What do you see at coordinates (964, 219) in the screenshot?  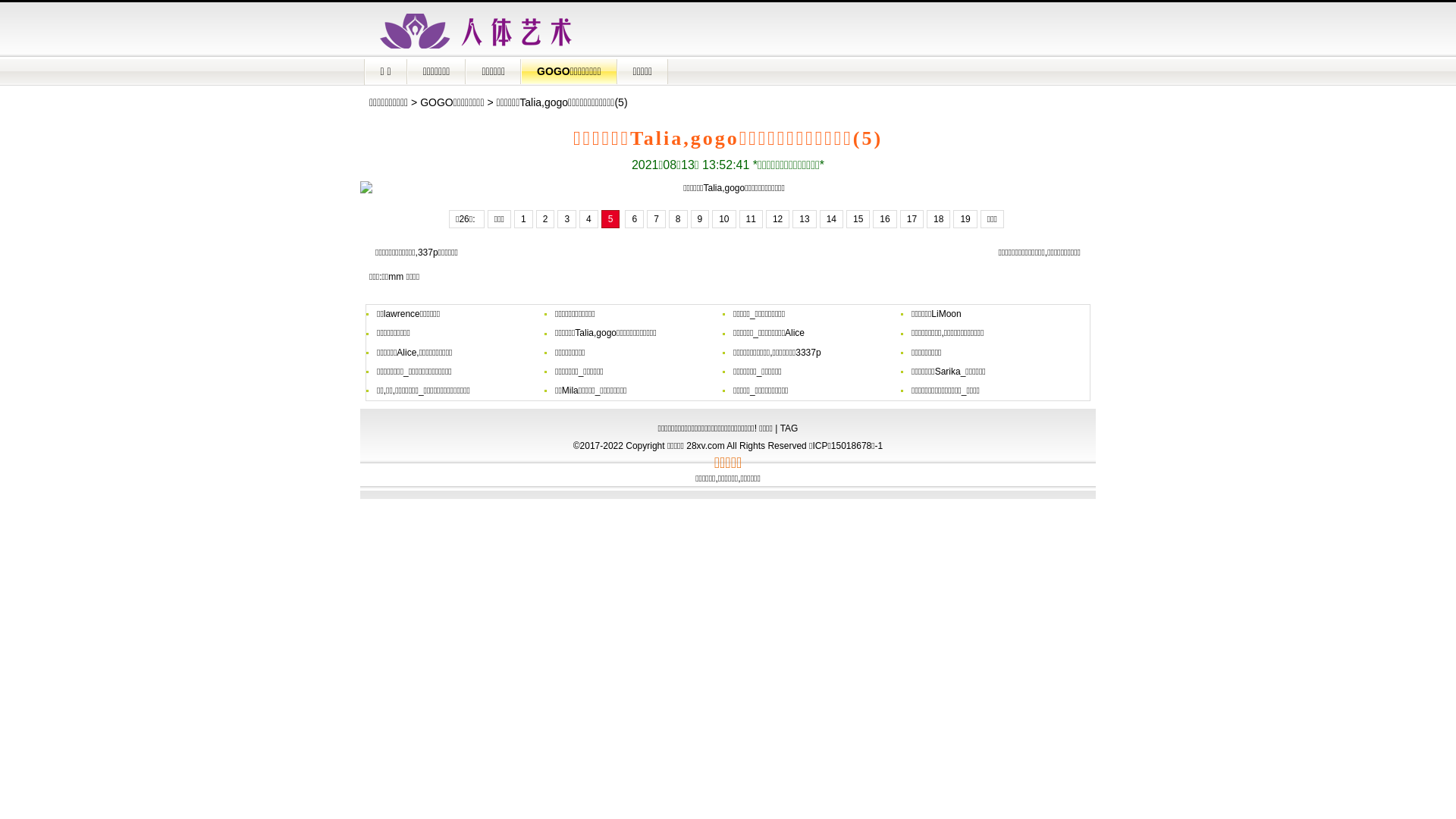 I see `'19'` at bounding box center [964, 219].